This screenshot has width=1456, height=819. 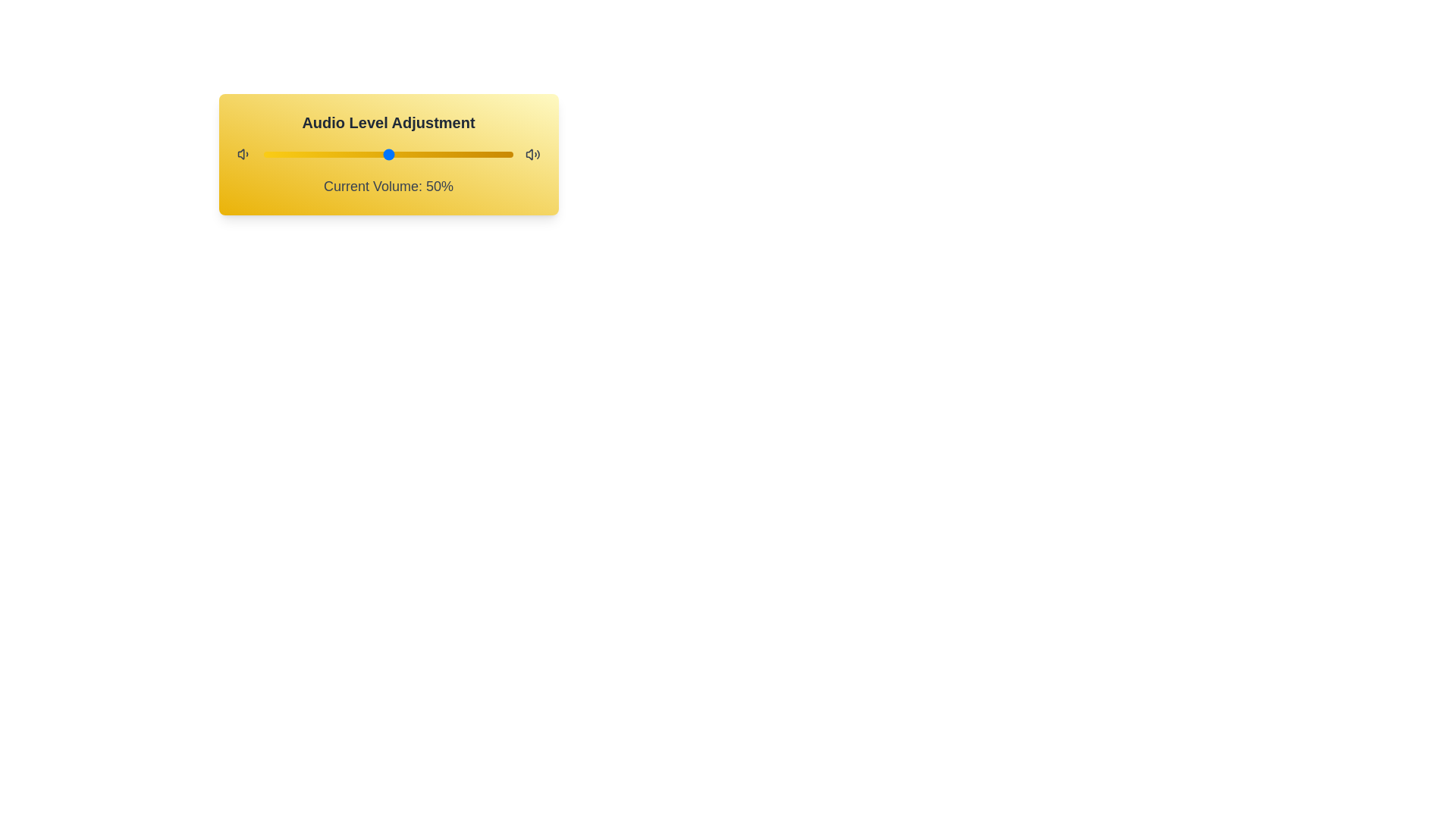 I want to click on the mute/unmute icon located at the far right of the horizontal volume adjustment bar, so click(x=529, y=155).